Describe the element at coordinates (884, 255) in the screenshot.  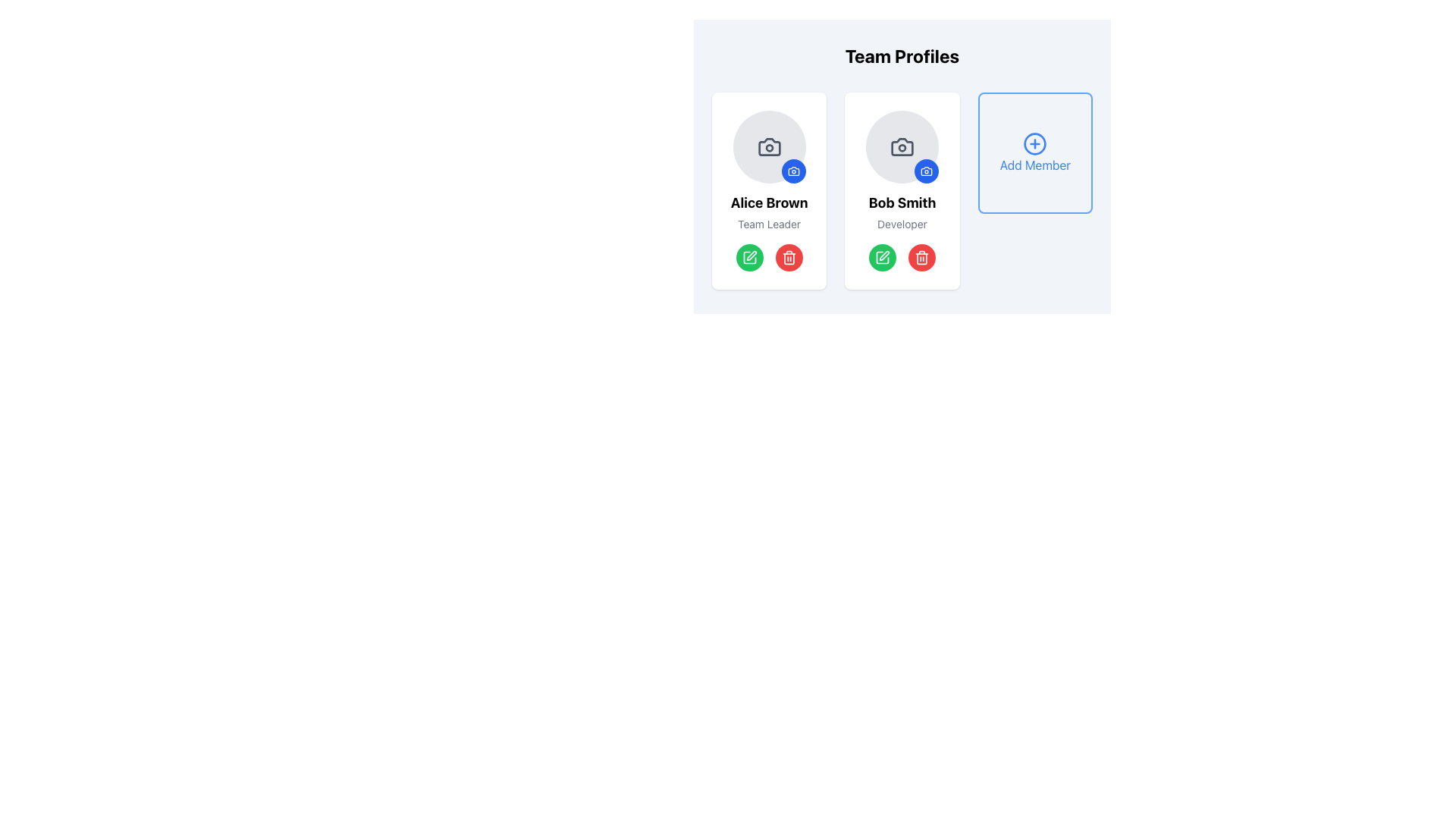
I see `the edit icon representing the edit functionality for Bob Smith's profile in the 'Team Profiles' section` at that location.